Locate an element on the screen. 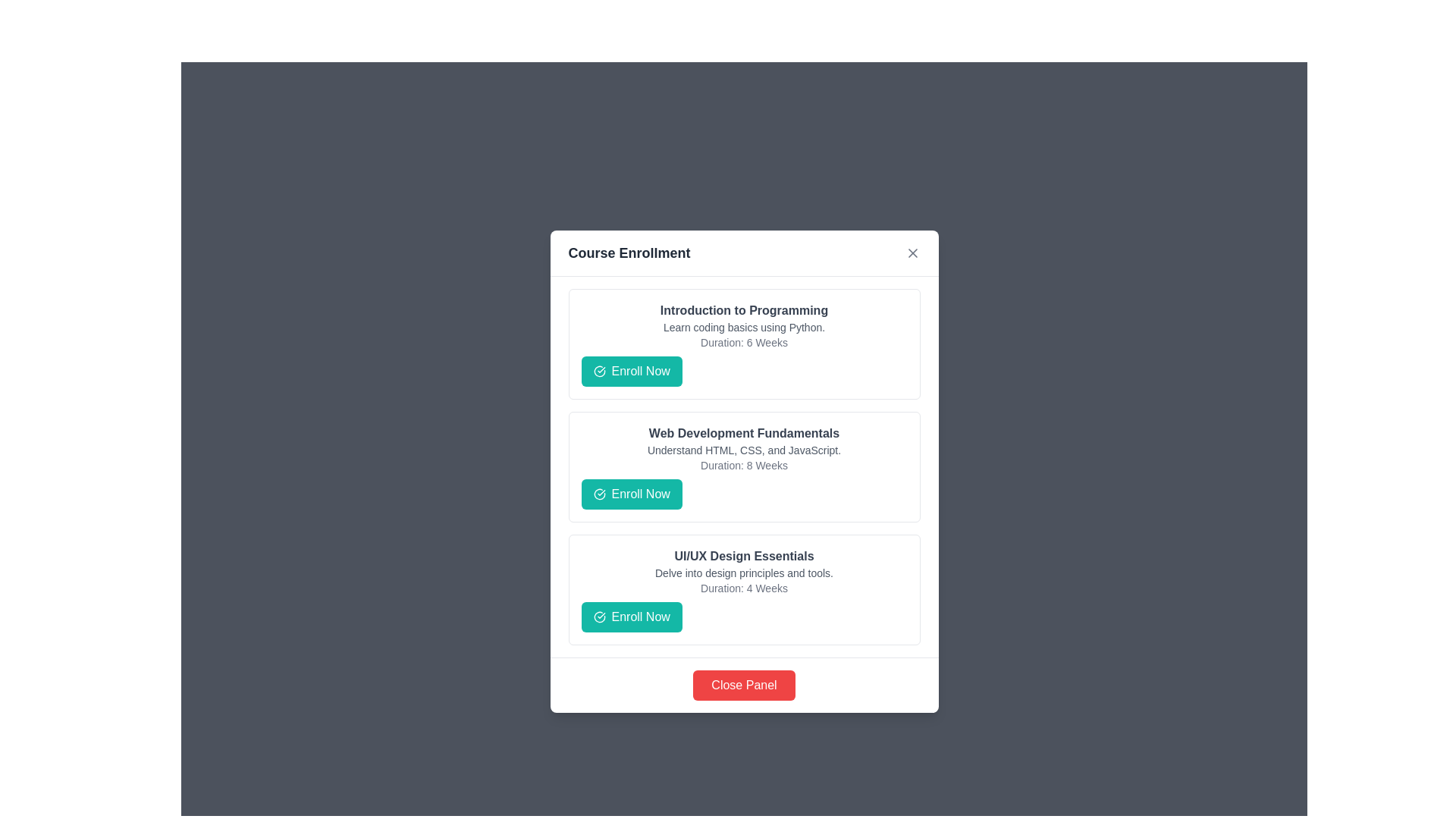  the red rectangular button labeled 'Close Panel' is located at coordinates (744, 685).